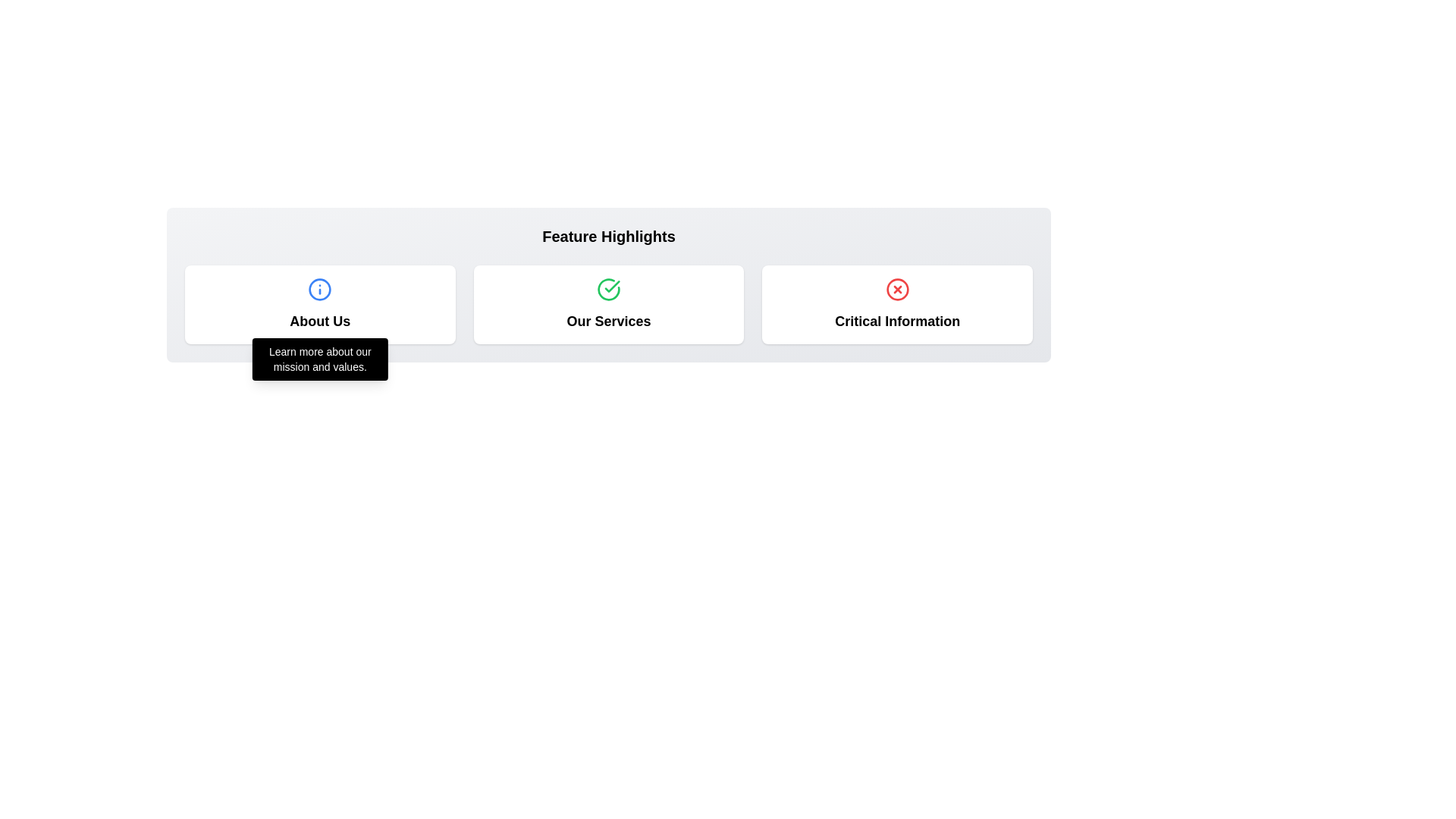 Image resolution: width=1456 pixels, height=819 pixels. I want to click on details displayed in the card titled 'About Us' which contains an information icon and a tooltip with a description about the mission and values, so click(319, 304).